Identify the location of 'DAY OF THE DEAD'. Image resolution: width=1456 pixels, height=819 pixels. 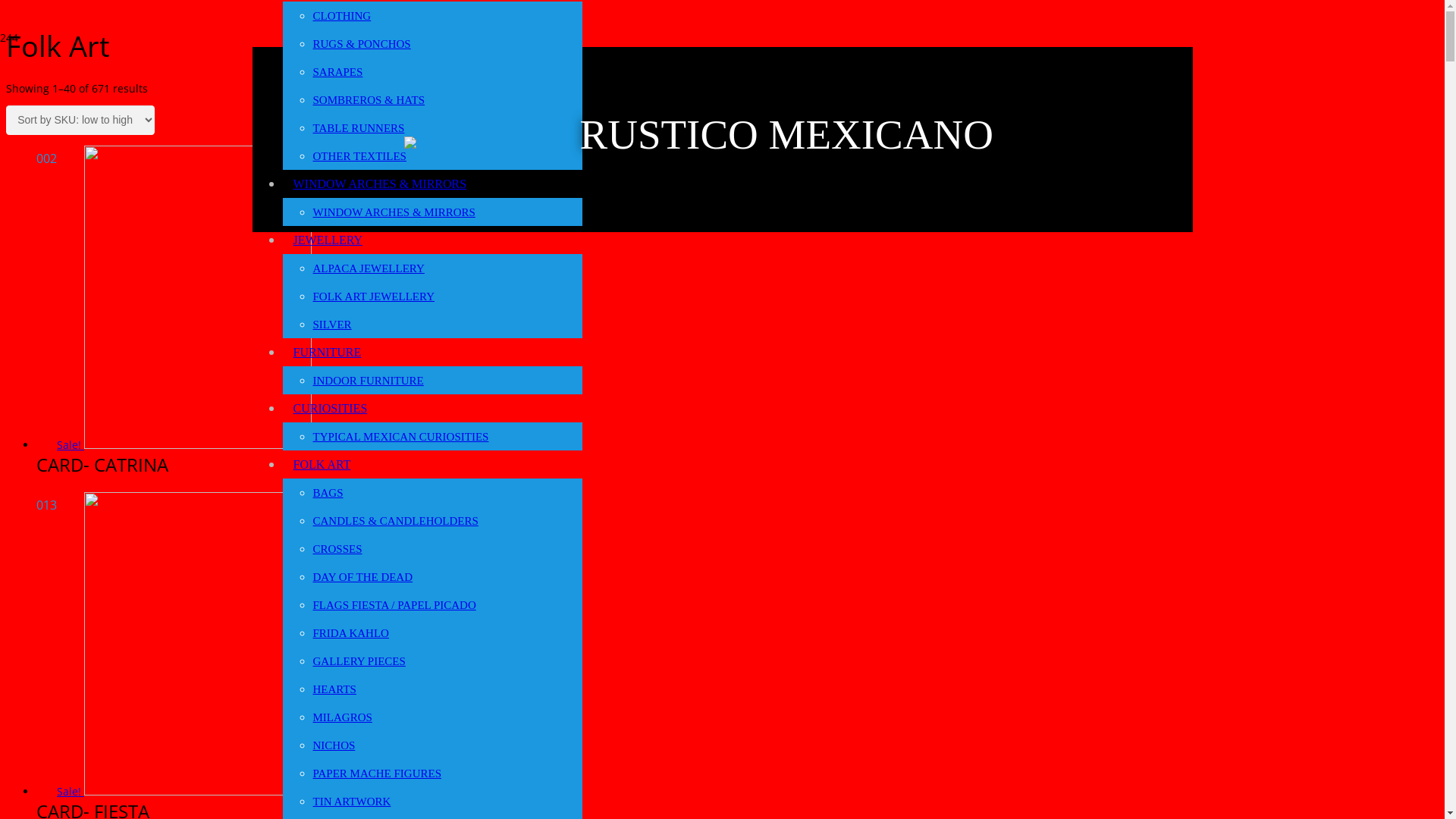
(362, 576).